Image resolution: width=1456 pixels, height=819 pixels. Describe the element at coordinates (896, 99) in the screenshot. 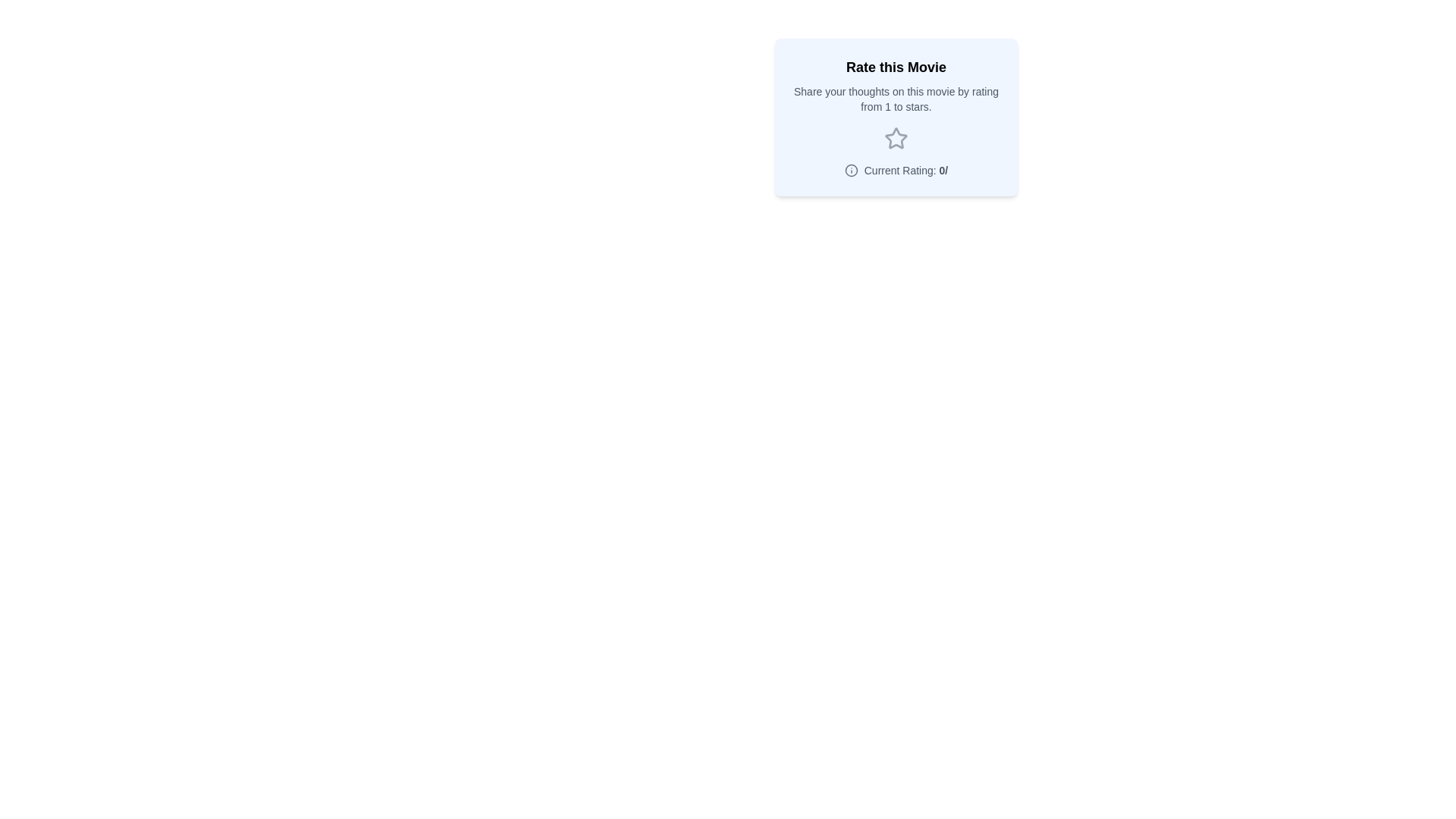

I see `the static text element that says 'Share your thoughts on this movie by rating from 1 to stars.' which is styled with a small gray font and positioned below the title 'Rate this Movie'` at that location.